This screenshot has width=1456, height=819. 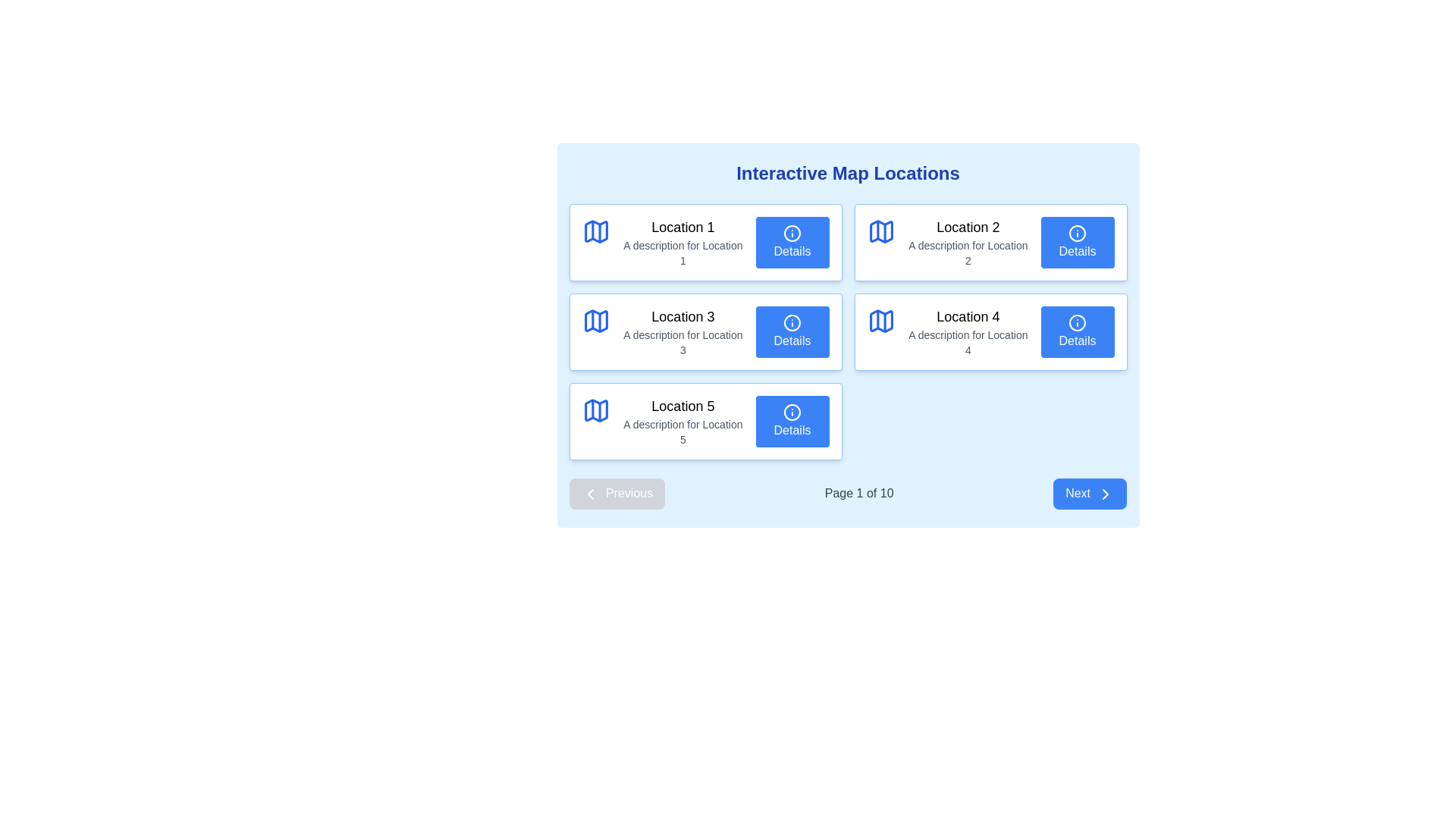 I want to click on the map icon representing 'Location 1', which is the first icon in the first row, located to the left of the text 'Location 1', so click(x=595, y=231).